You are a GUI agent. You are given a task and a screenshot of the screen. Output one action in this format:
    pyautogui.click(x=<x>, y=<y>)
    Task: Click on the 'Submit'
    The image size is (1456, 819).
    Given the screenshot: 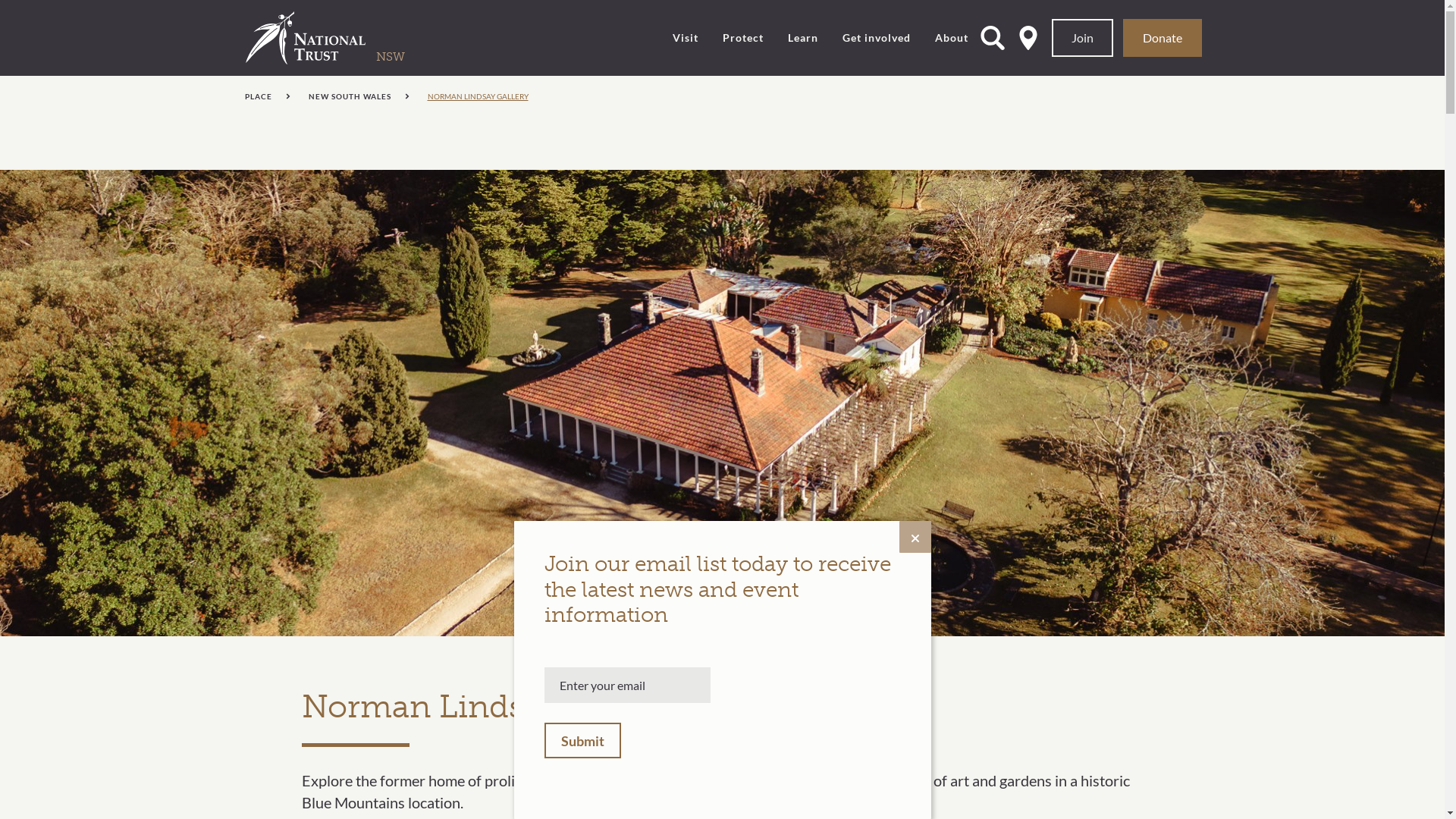 What is the action you would take?
    pyautogui.click(x=544, y=739)
    